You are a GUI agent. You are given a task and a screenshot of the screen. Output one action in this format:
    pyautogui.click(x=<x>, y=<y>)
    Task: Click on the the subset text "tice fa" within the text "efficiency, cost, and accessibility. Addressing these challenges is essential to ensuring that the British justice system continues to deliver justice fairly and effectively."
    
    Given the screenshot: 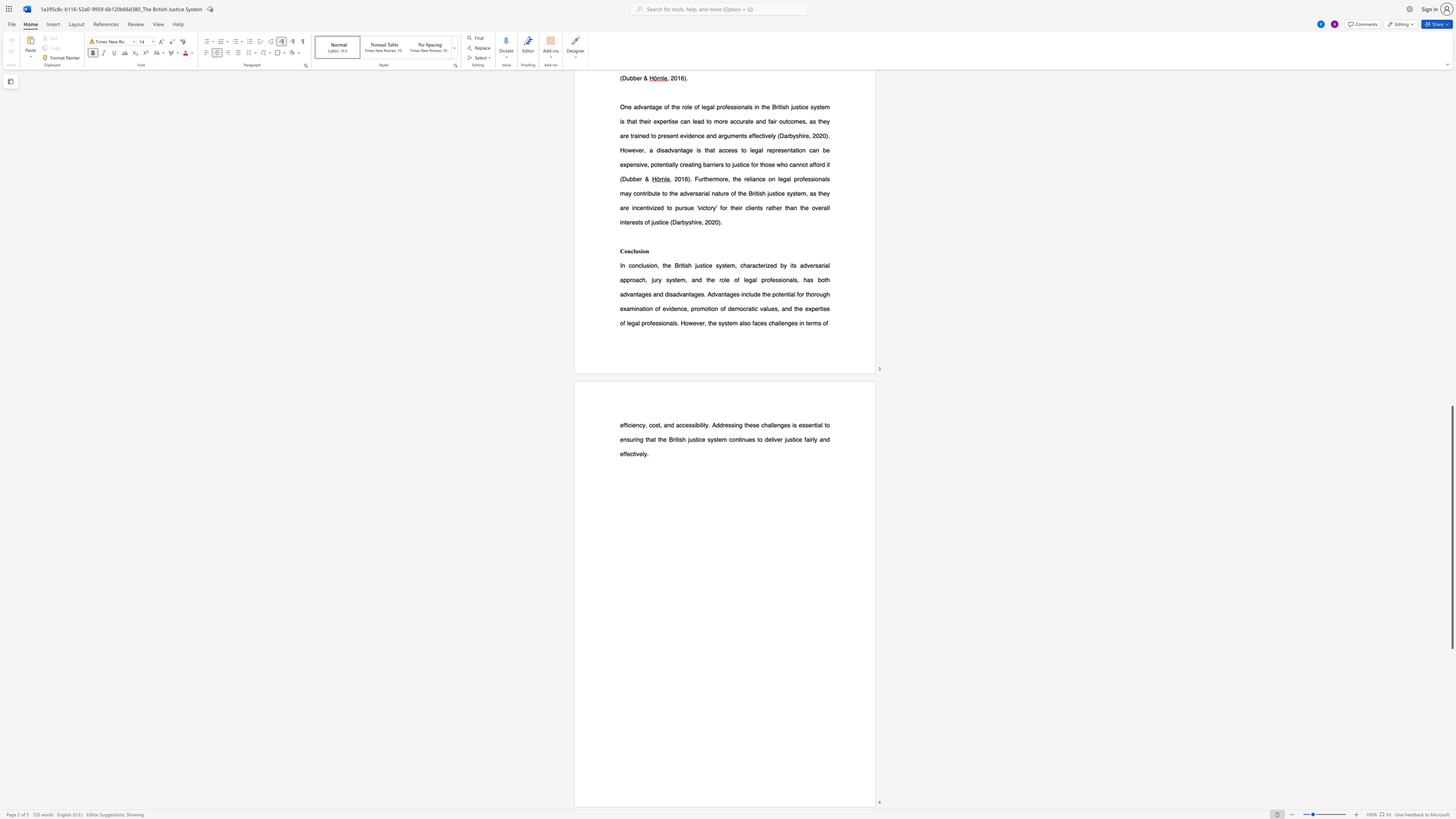 What is the action you would take?
    pyautogui.click(x=792, y=439)
    